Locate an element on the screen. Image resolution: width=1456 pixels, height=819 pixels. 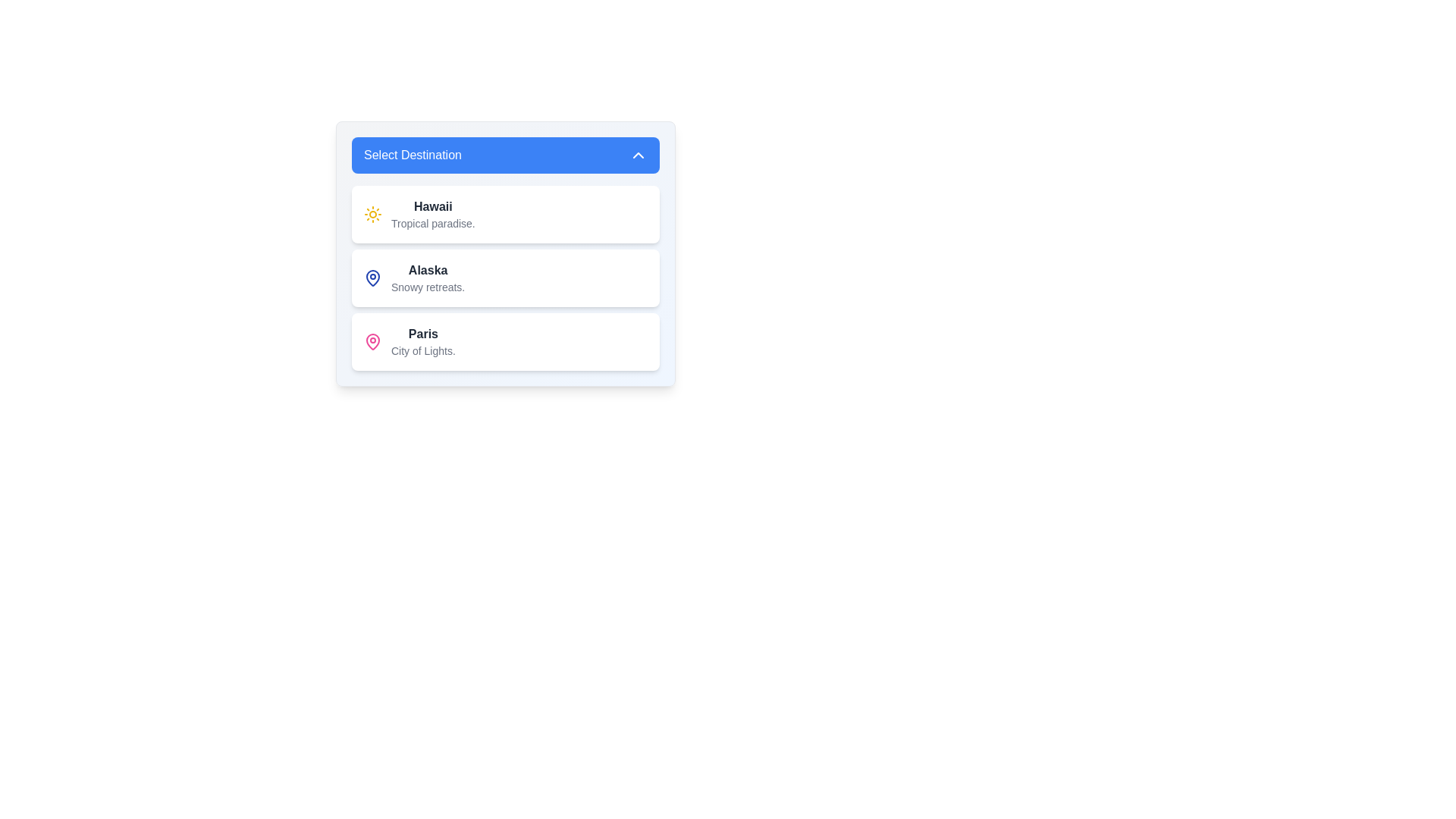
the text label titled 'Alaska', which serves as a destination title in a vertically stacked list of destinations is located at coordinates (427, 270).